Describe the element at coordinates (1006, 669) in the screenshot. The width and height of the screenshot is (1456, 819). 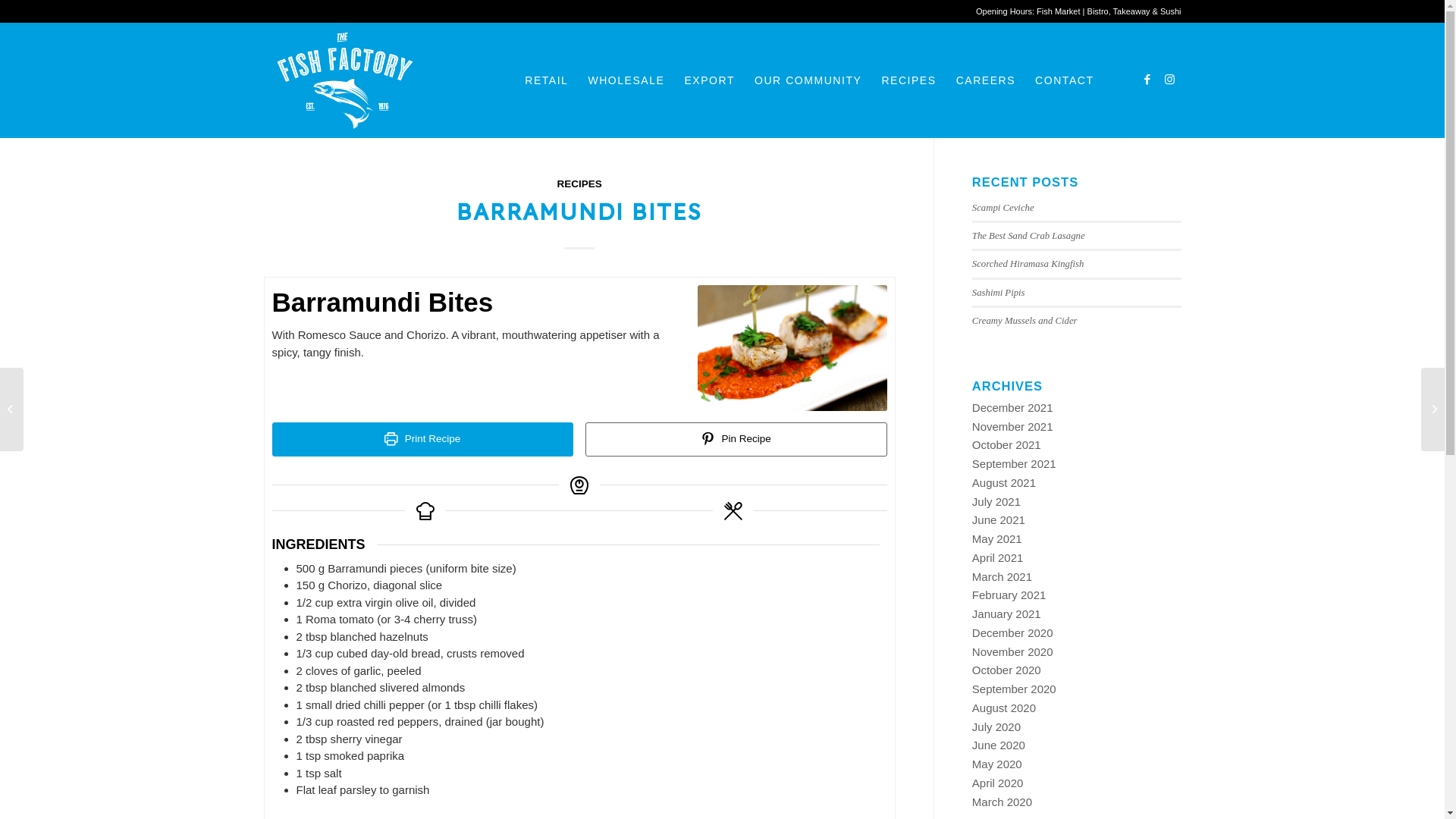
I see `'October 2020'` at that location.